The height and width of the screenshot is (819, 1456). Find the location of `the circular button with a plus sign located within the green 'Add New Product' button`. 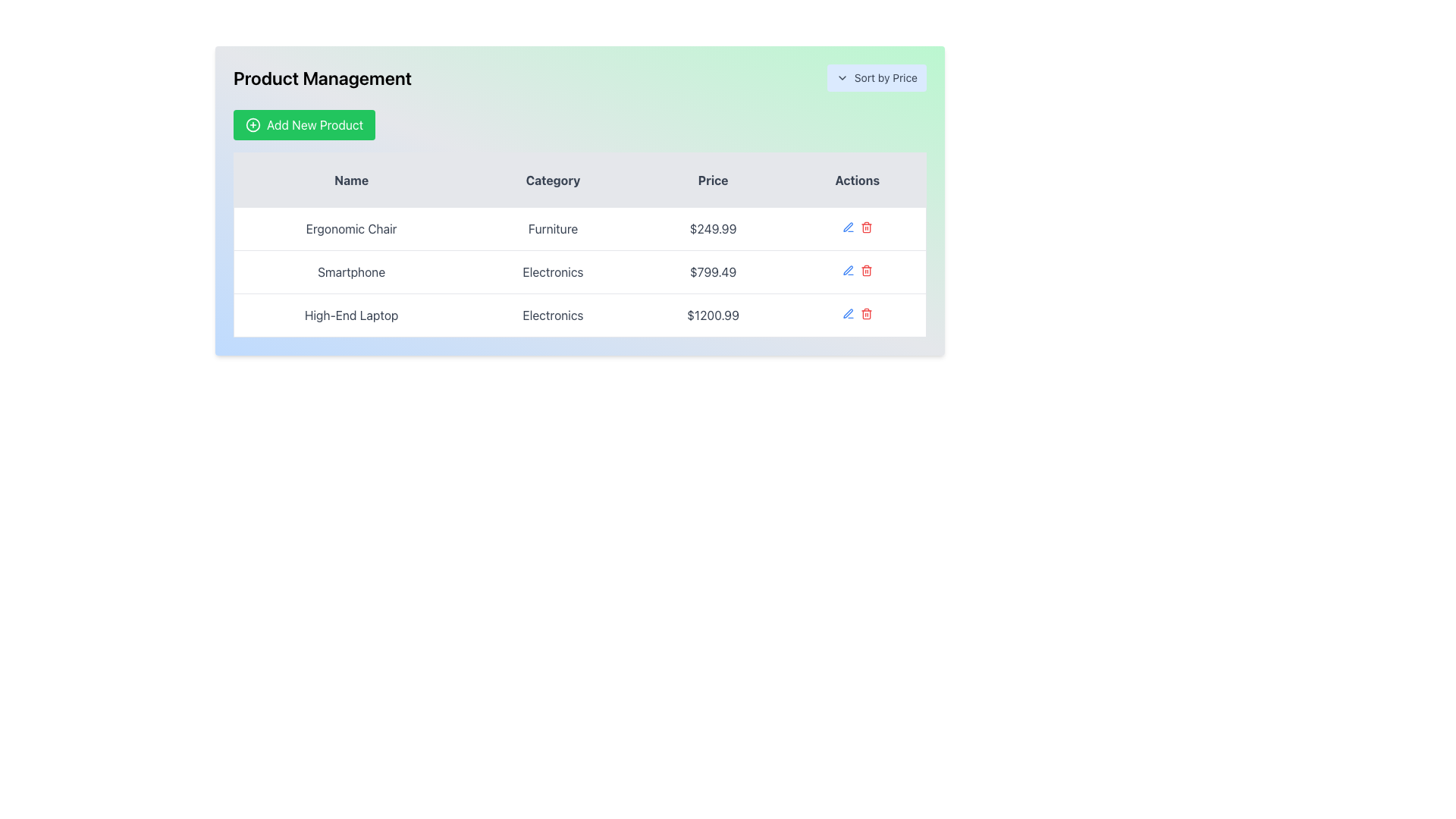

the circular button with a plus sign located within the green 'Add New Product' button is located at coordinates (253, 124).